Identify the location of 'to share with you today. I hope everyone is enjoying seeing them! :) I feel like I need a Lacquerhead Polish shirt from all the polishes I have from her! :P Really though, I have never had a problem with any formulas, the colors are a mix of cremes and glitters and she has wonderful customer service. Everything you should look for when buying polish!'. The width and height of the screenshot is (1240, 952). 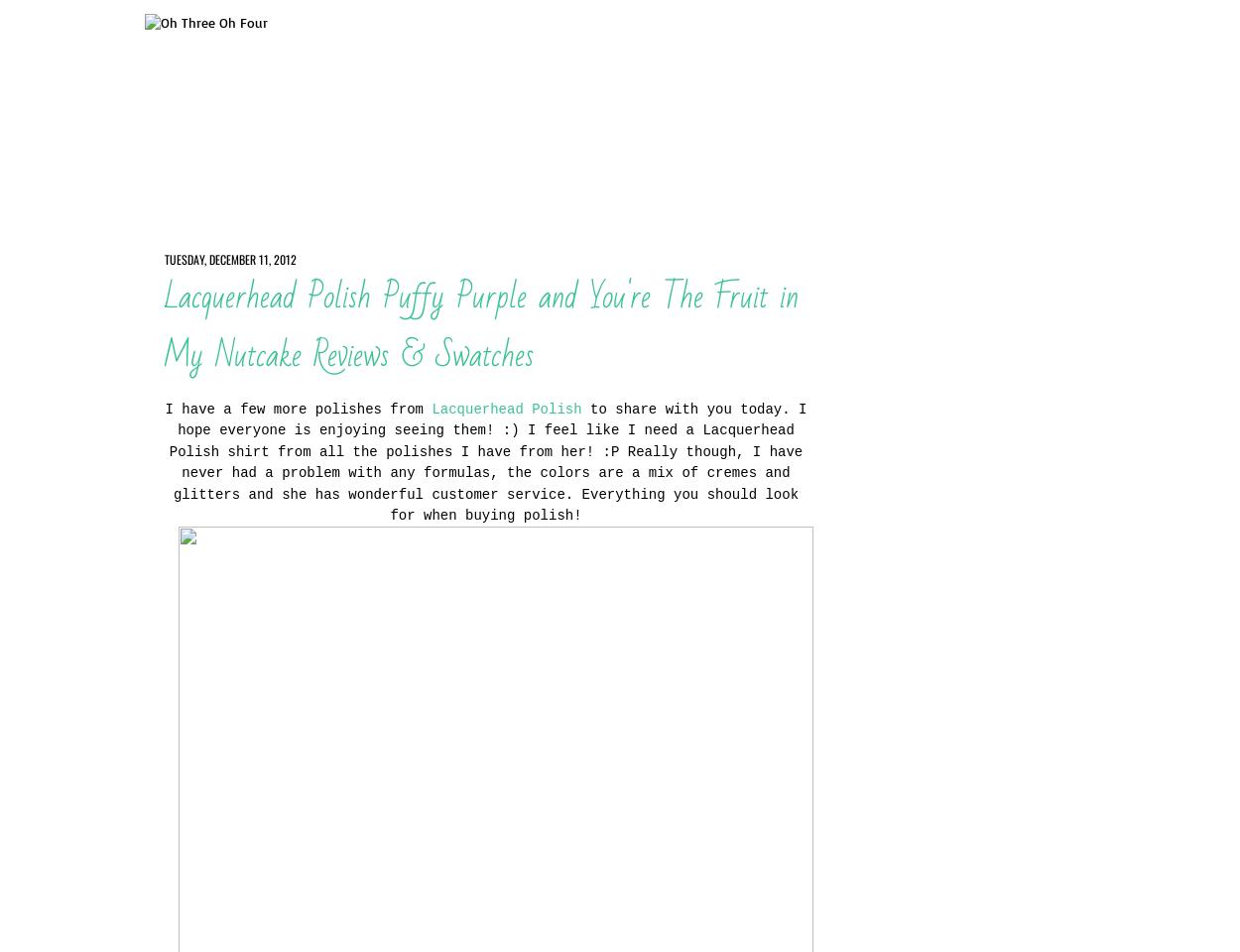
(486, 461).